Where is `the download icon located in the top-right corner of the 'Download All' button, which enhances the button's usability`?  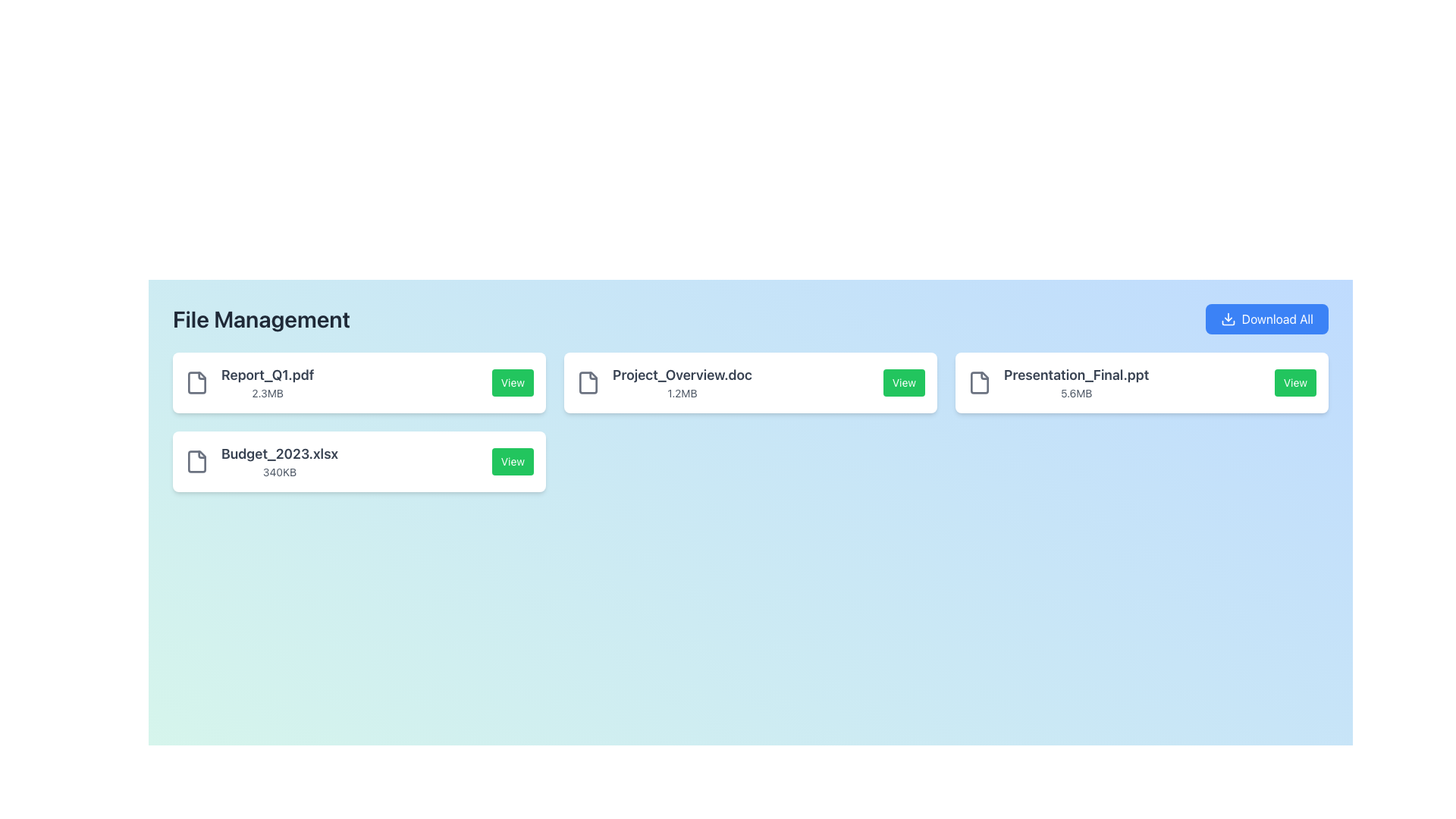
the download icon located in the top-right corner of the 'Download All' button, which enhances the button's usability is located at coordinates (1228, 318).